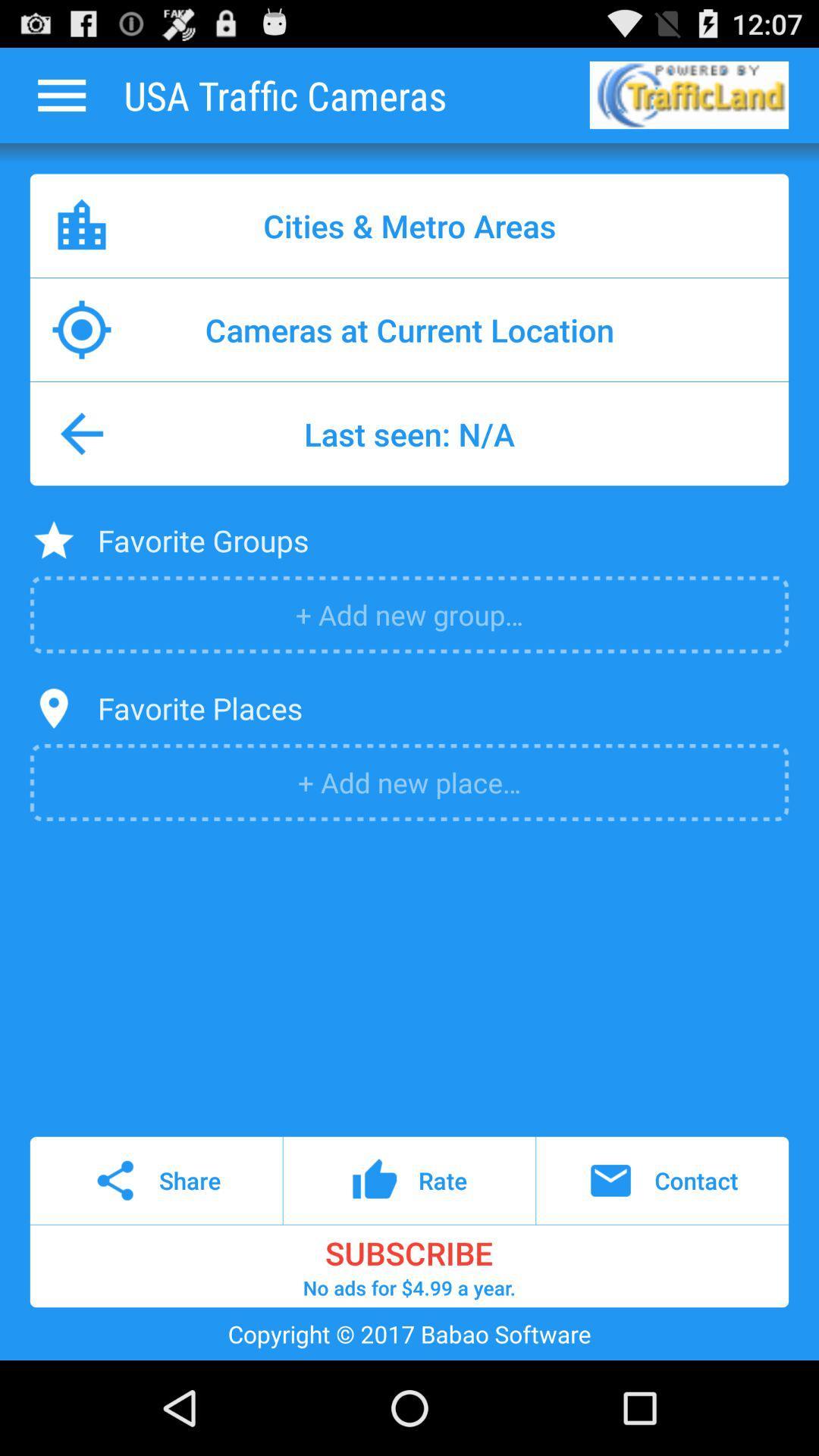 The width and height of the screenshot is (819, 1456). What do you see at coordinates (61, 94) in the screenshot?
I see `icon next to usa traffic cameras icon` at bounding box center [61, 94].